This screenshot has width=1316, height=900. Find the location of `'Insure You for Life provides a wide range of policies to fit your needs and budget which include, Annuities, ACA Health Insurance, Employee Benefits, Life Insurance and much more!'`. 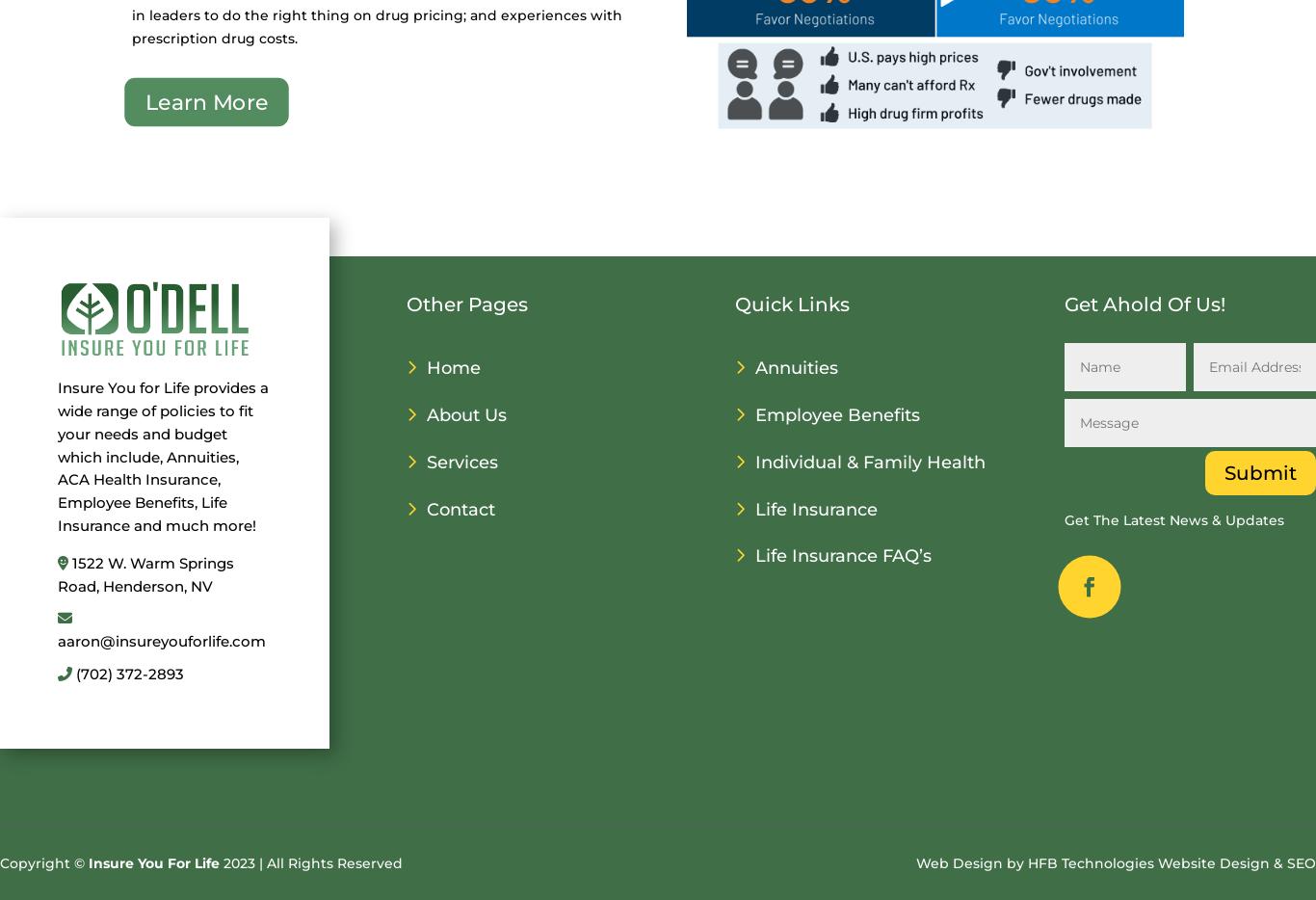

'Insure You for Life provides a wide range of policies to fit your needs and budget which include, Annuities, ACA Health Insurance, Employee Benefits, Life Insurance and much more!' is located at coordinates (57, 455).